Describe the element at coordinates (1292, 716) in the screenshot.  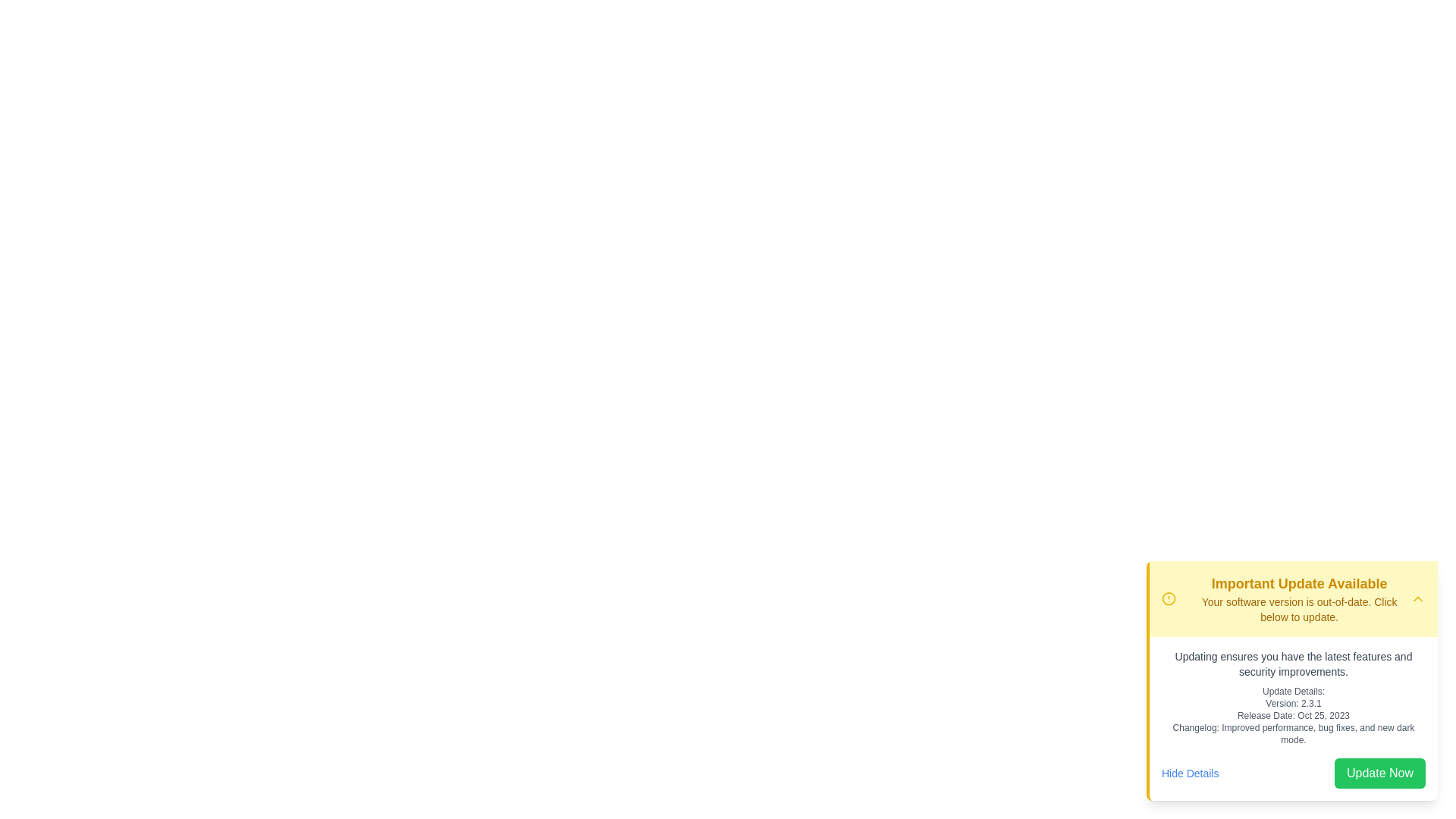
I see `the text label displaying 'Release Date: Oct 25, 2023', which is styled in gray and located between 'Version: 2.3.1' and the changelog description` at that location.